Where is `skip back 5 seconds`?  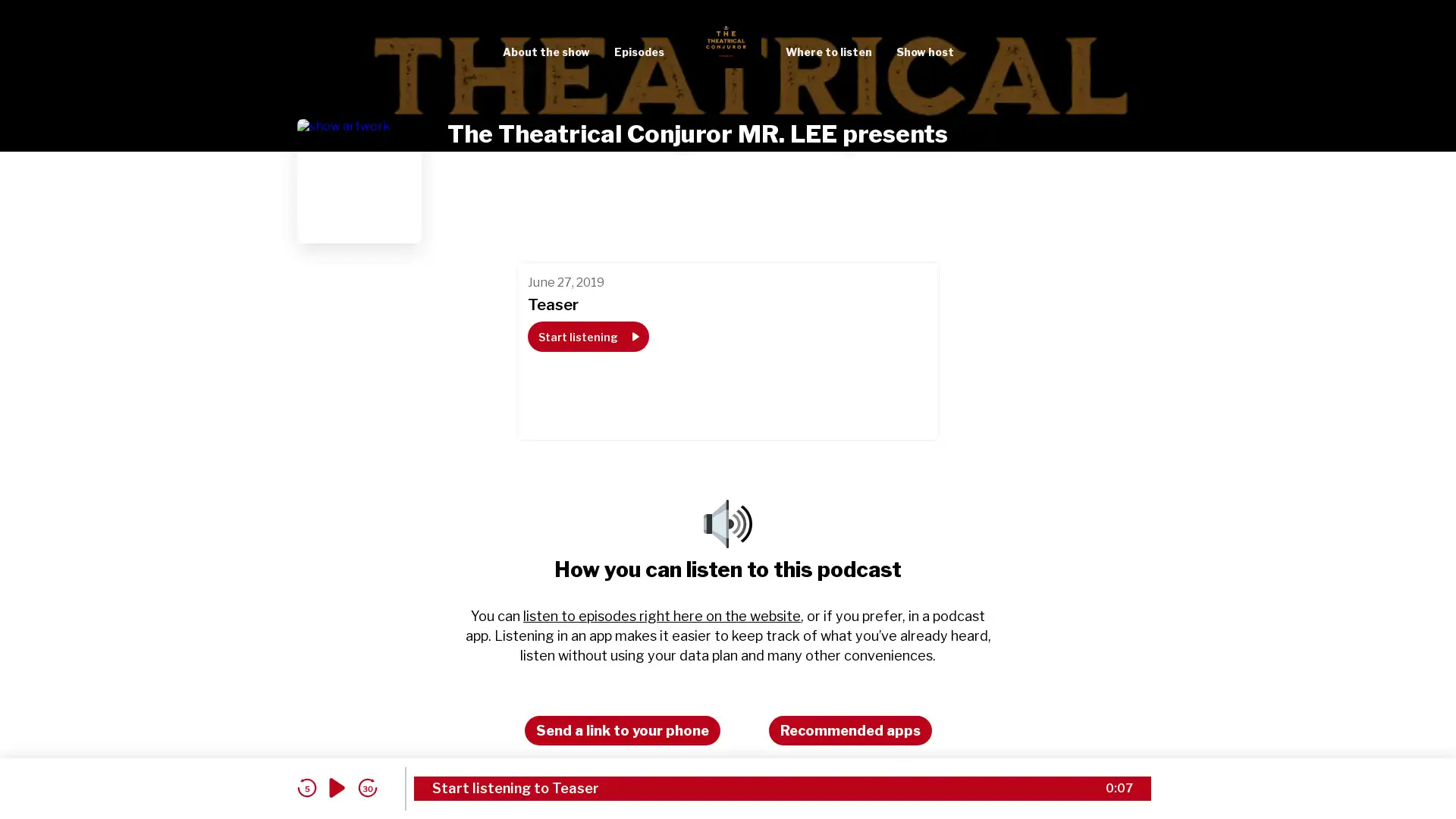
skip back 5 seconds is located at coordinates (306, 787).